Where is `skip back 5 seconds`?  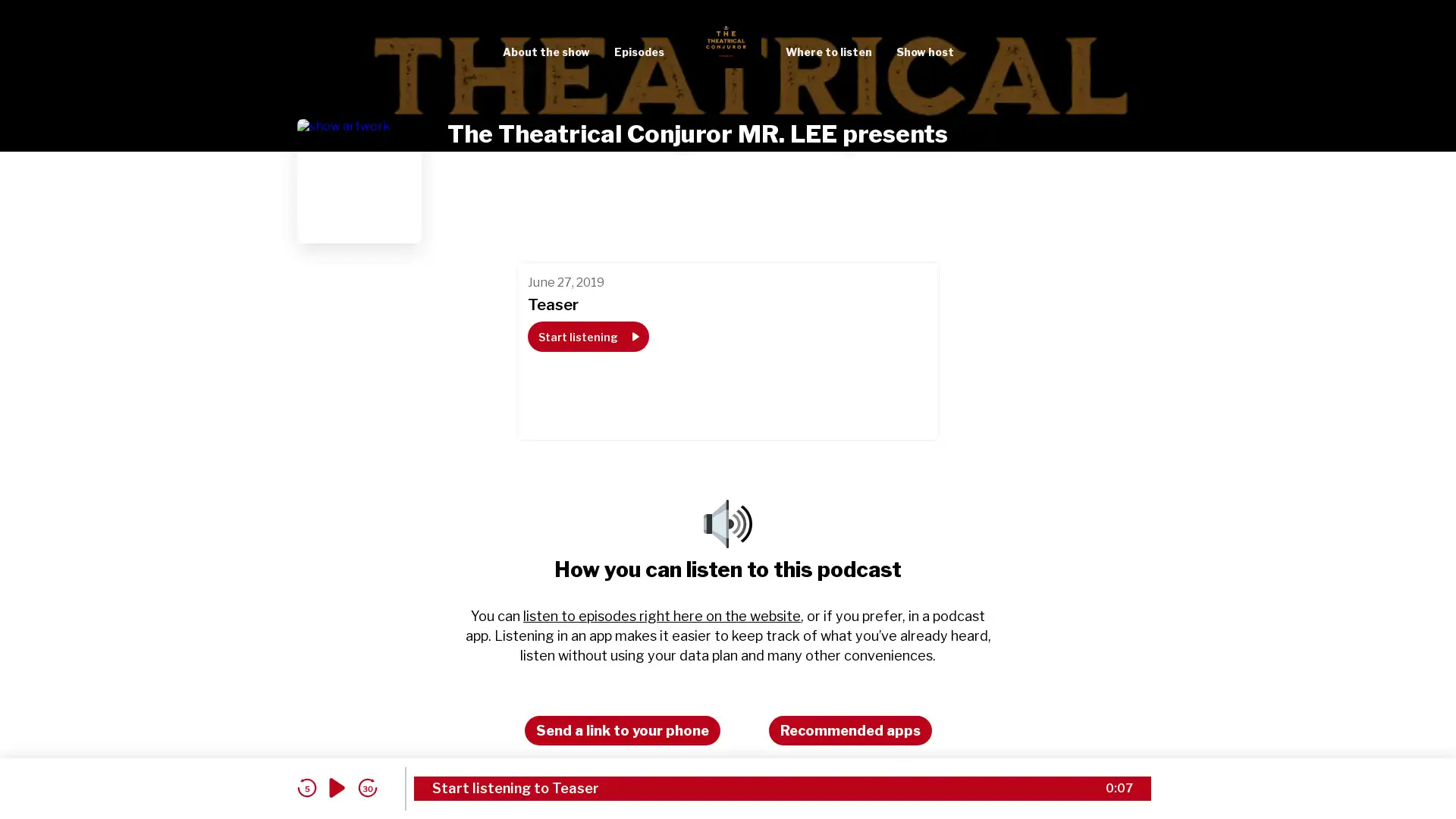
skip back 5 seconds is located at coordinates (306, 787).